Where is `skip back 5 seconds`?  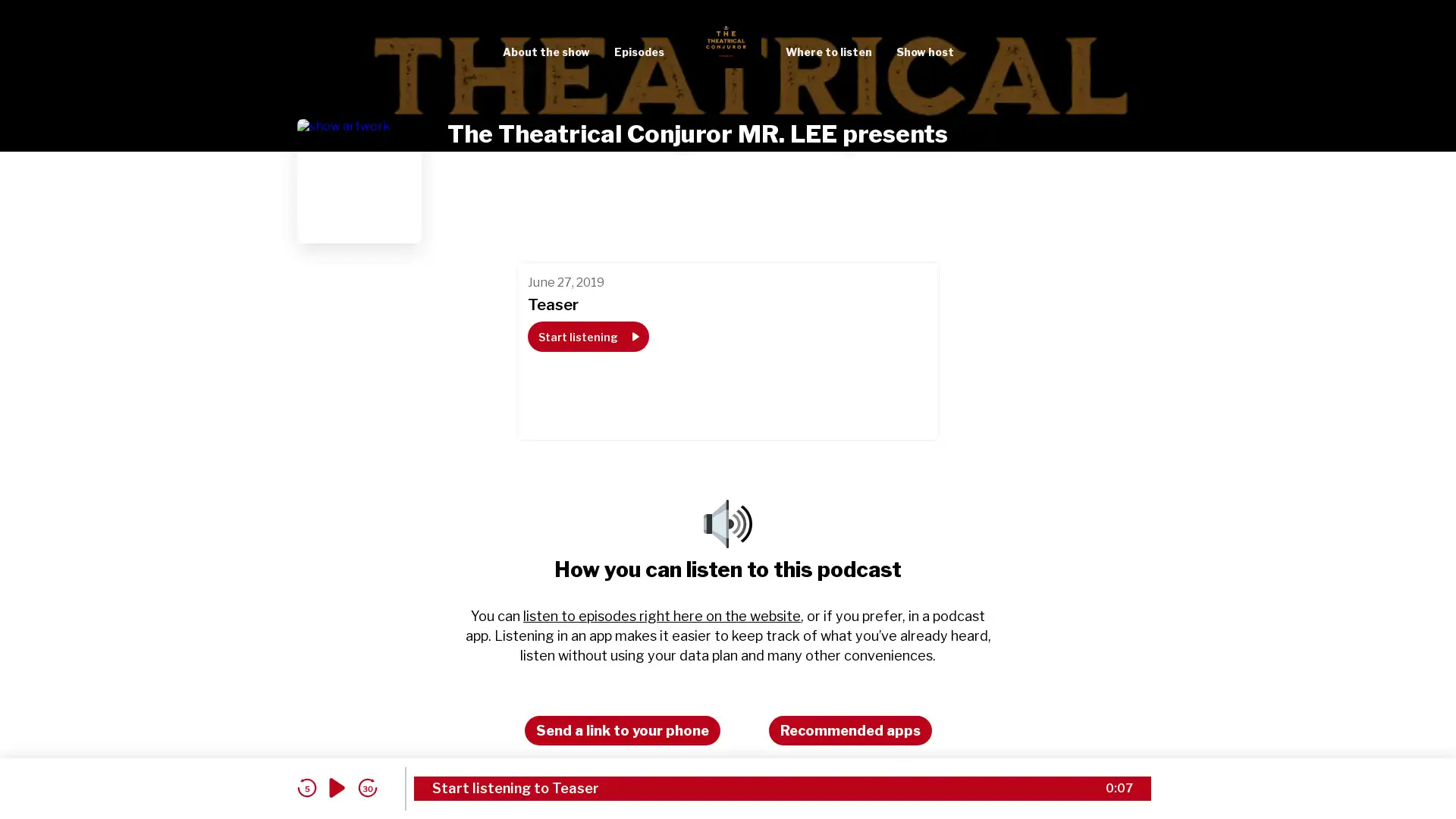
skip back 5 seconds is located at coordinates (306, 787).